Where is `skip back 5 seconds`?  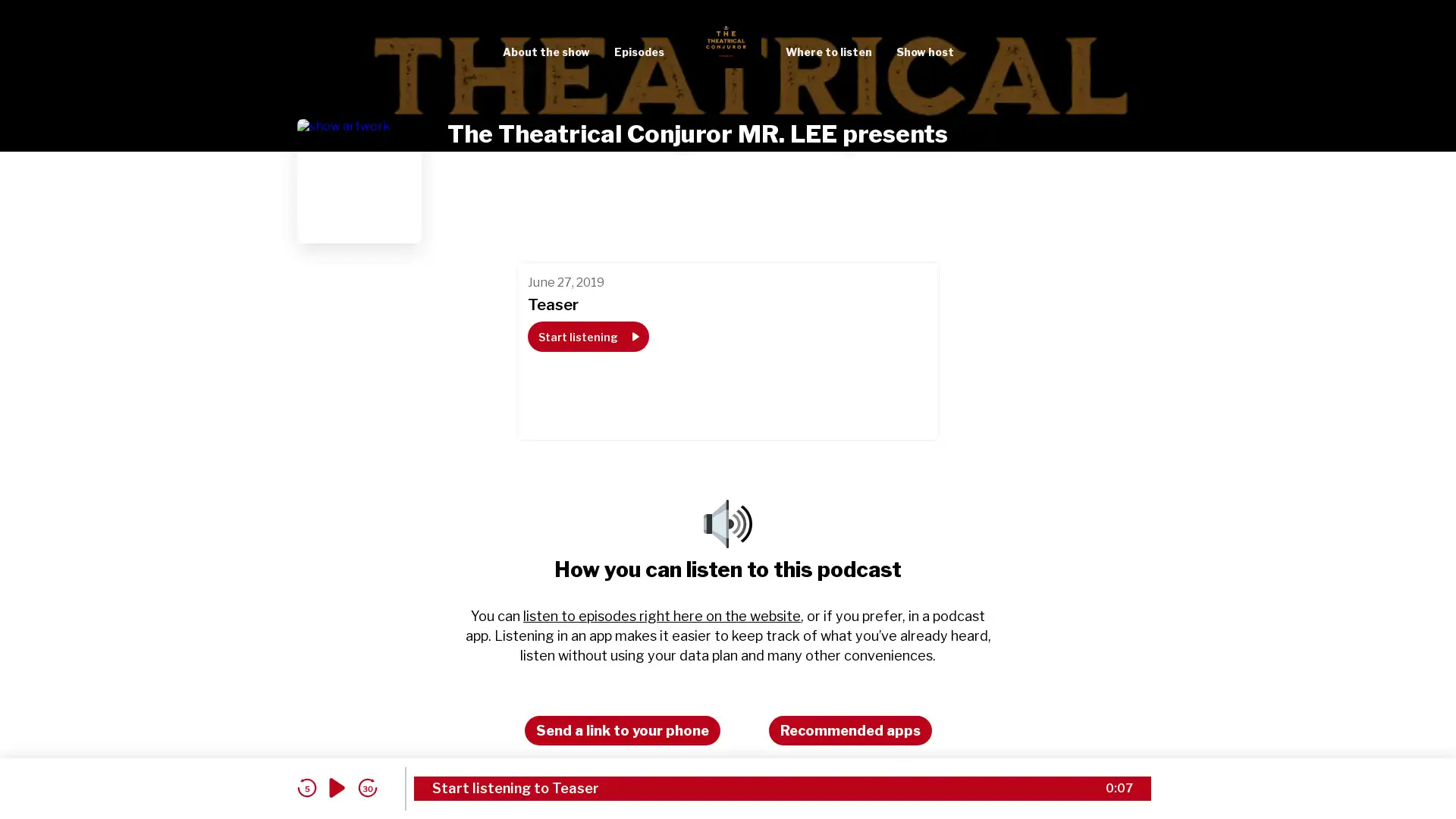
skip back 5 seconds is located at coordinates (306, 787).